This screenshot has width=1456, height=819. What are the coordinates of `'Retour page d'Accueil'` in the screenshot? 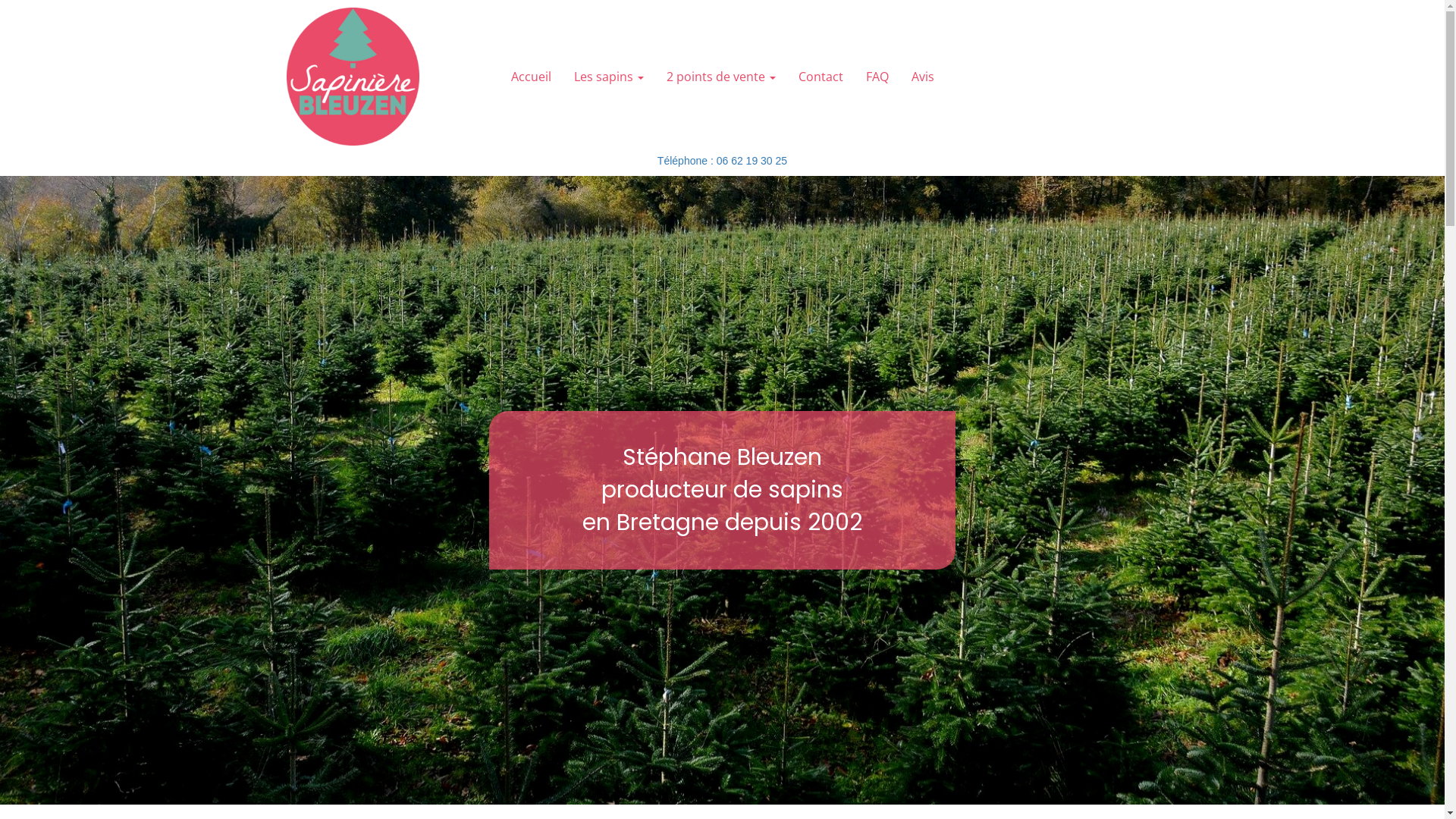 It's located at (352, 76).